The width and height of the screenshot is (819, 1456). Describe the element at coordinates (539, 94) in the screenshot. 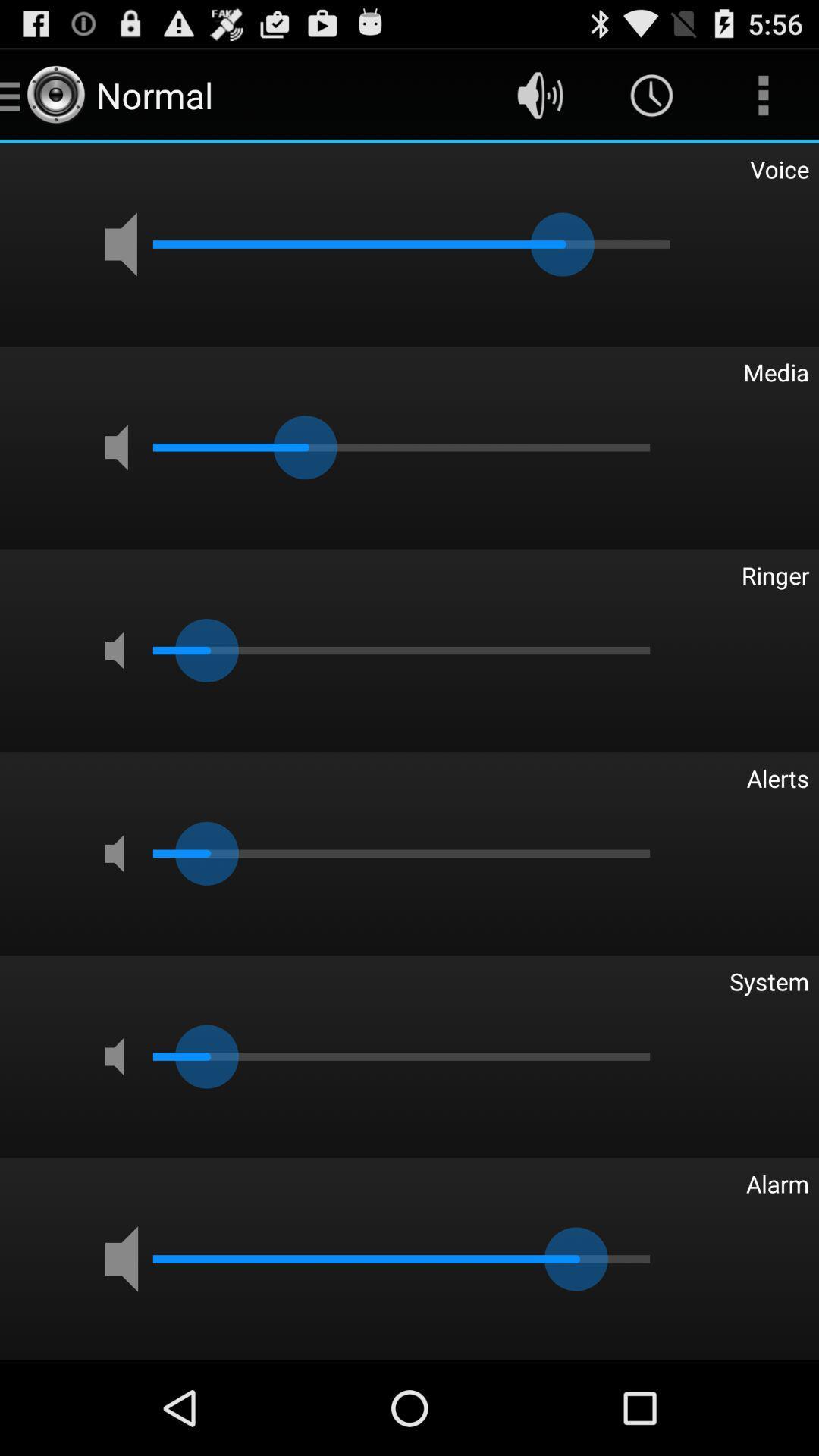

I see `item next to the normal icon` at that location.